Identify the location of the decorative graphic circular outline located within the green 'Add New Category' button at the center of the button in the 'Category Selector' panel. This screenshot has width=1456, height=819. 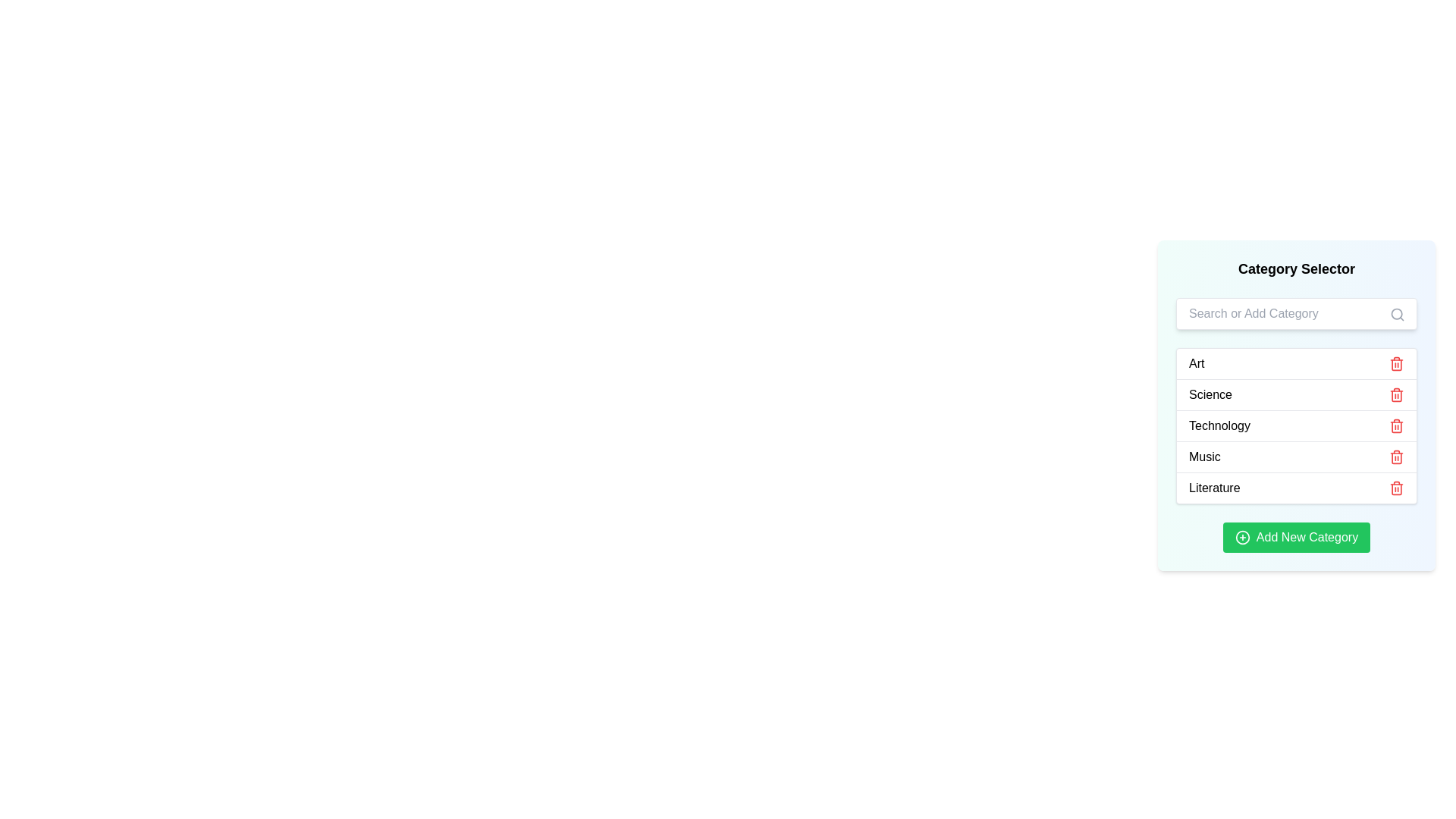
(1242, 537).